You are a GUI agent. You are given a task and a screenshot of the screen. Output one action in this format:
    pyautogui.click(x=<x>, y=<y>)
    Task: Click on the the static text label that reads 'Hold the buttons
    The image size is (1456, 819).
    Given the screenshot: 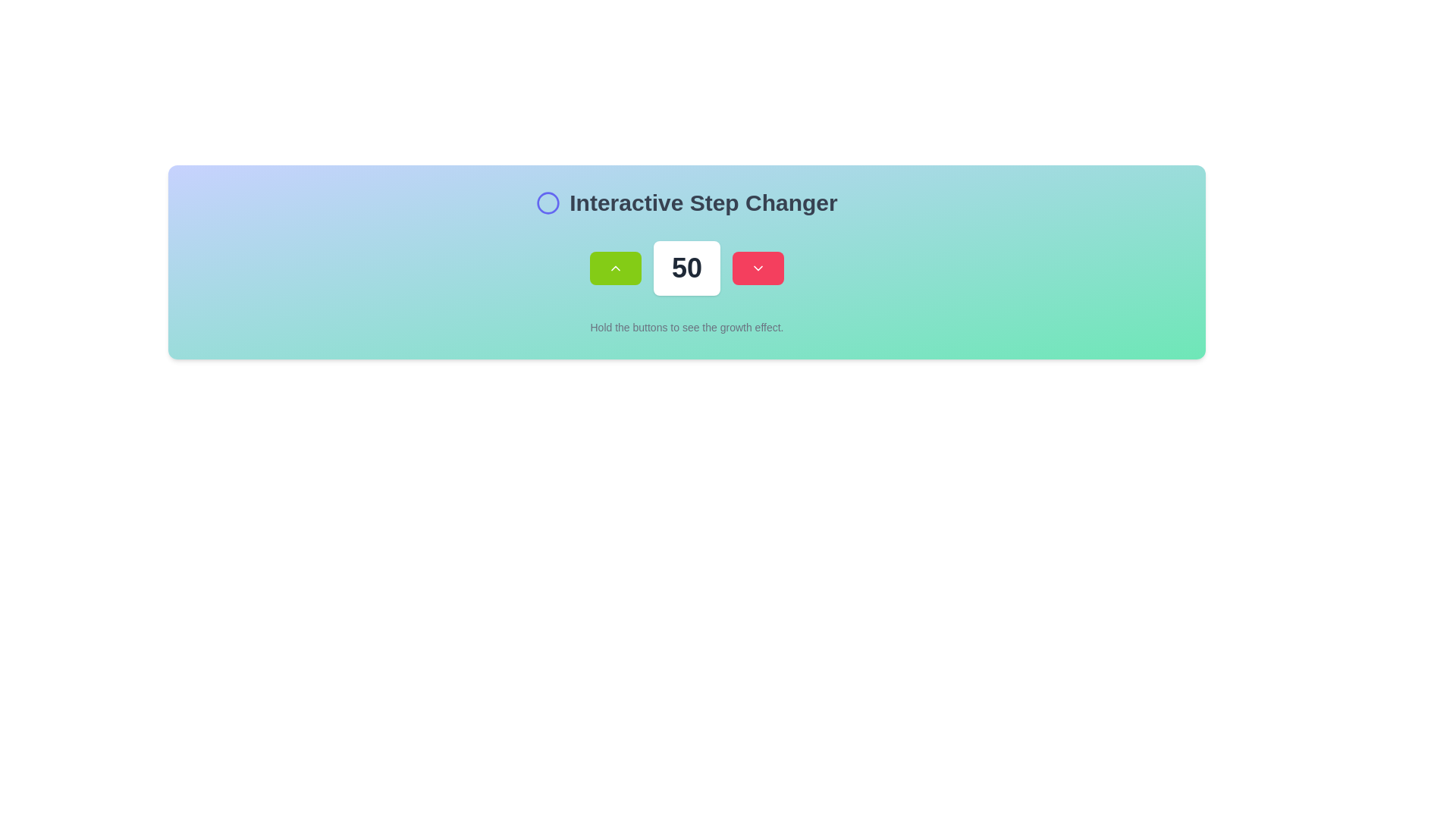 What is the action you would take?
    pyautogui.click(x=686, y=327)
    